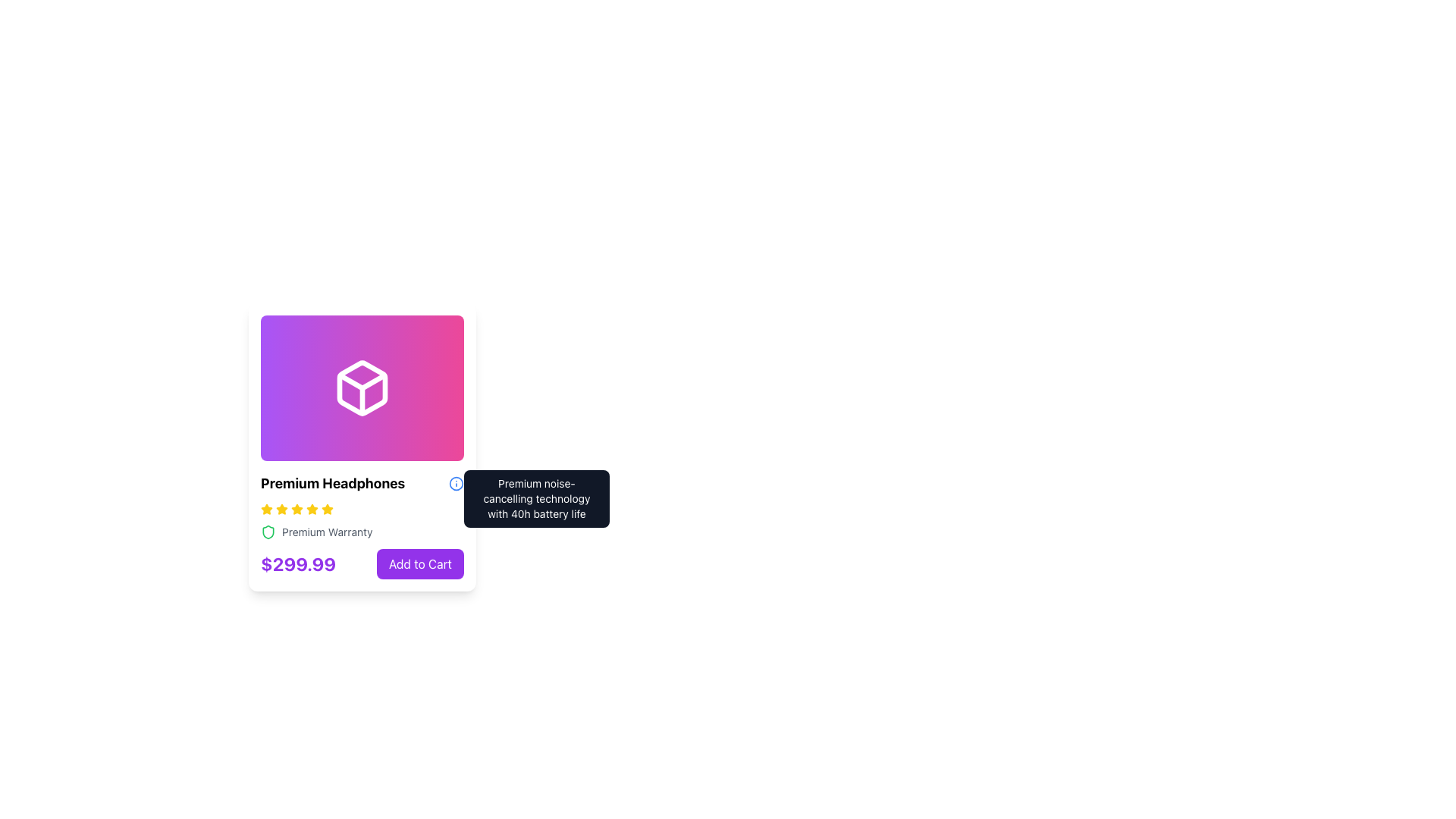  What do you see at coordinates (297, 509) in the screenshot?
I see `the fourth star icon in the visual rating system on the product card, located near the bottom-left corner close to the product price and description` at bounding box center [297, 509].